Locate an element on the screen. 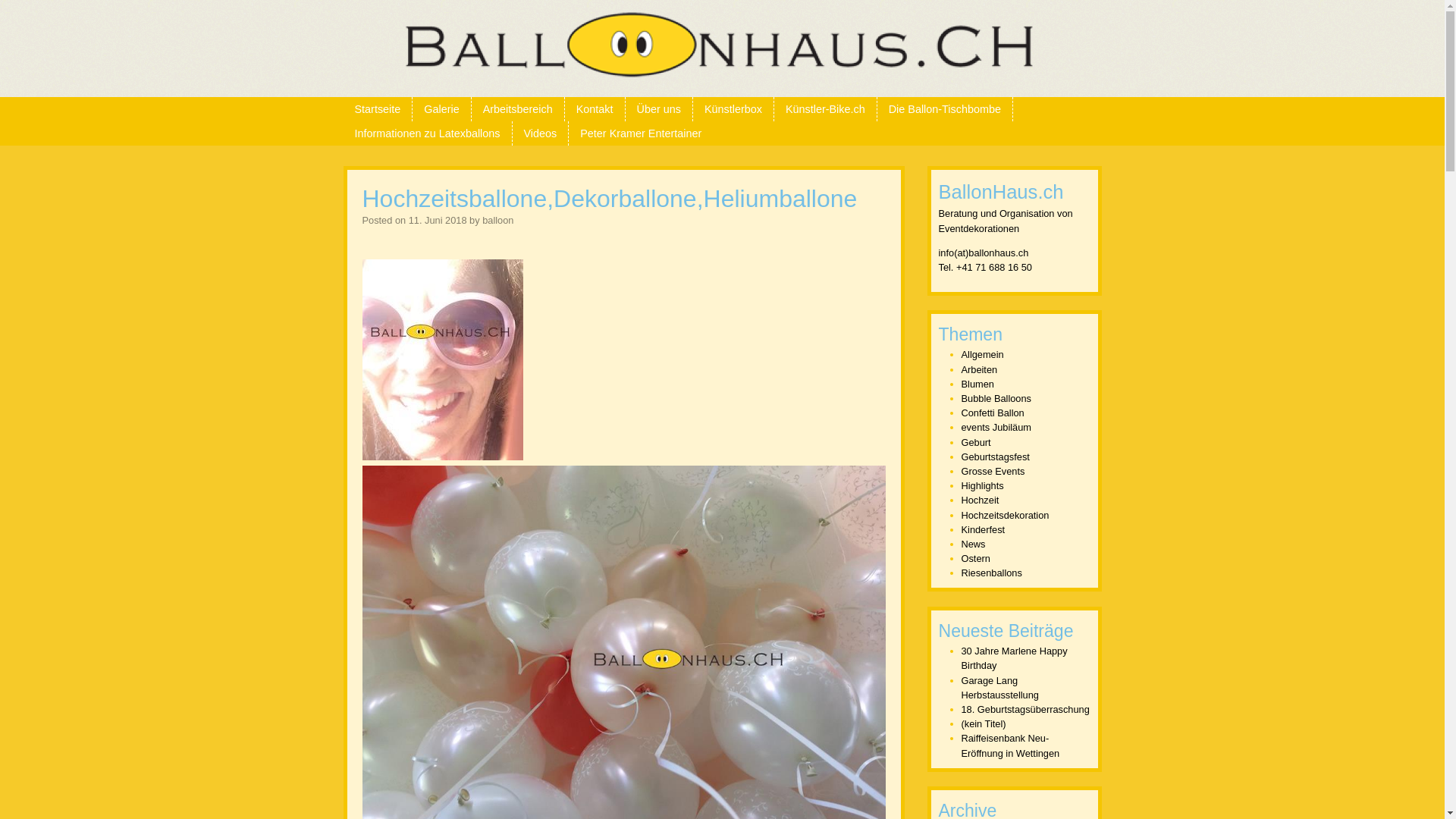 This screenshot has height=819, width=1456. 'Garage Lang Herbstausstellung' is located at coordinates (1000, 687).